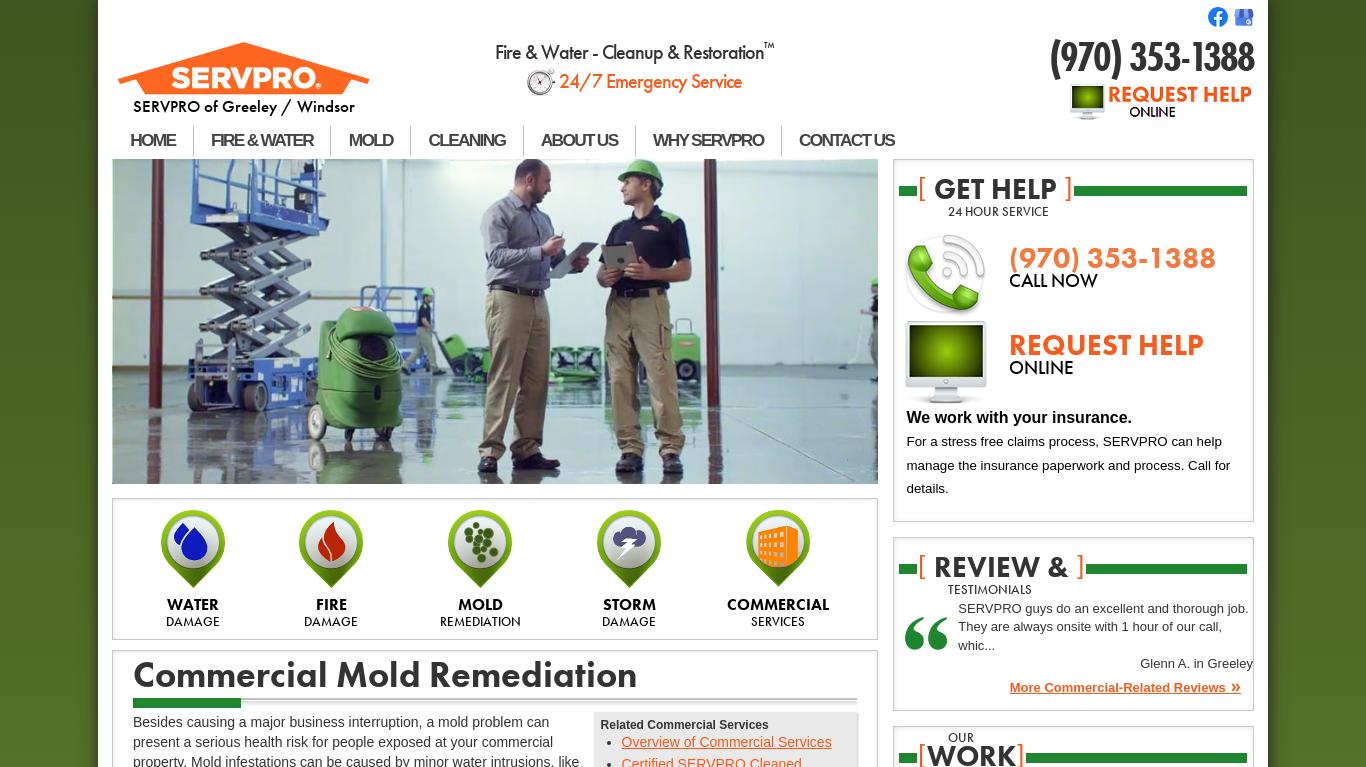 The height and width of the screenshot is (767, 1366). What do you see at coordinates (1195, 663) in the screenshot?
I see `'Glenn A. in Greeley'` at bounding box center [1195, 663].